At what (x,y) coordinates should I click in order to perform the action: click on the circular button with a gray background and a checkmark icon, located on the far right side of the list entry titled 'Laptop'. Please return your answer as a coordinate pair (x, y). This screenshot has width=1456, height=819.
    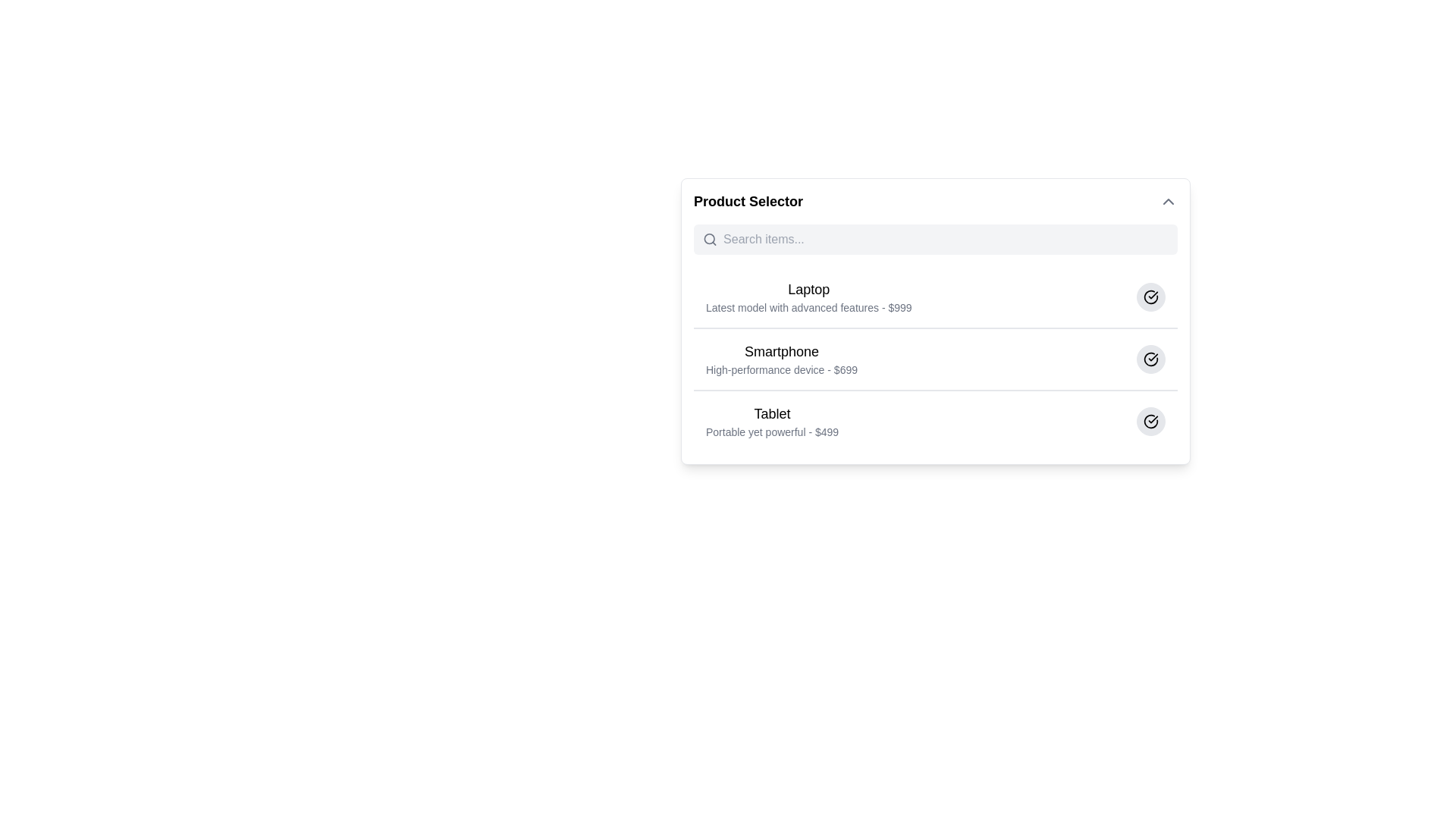
    Looking at the image, I should click on (1150, 297).